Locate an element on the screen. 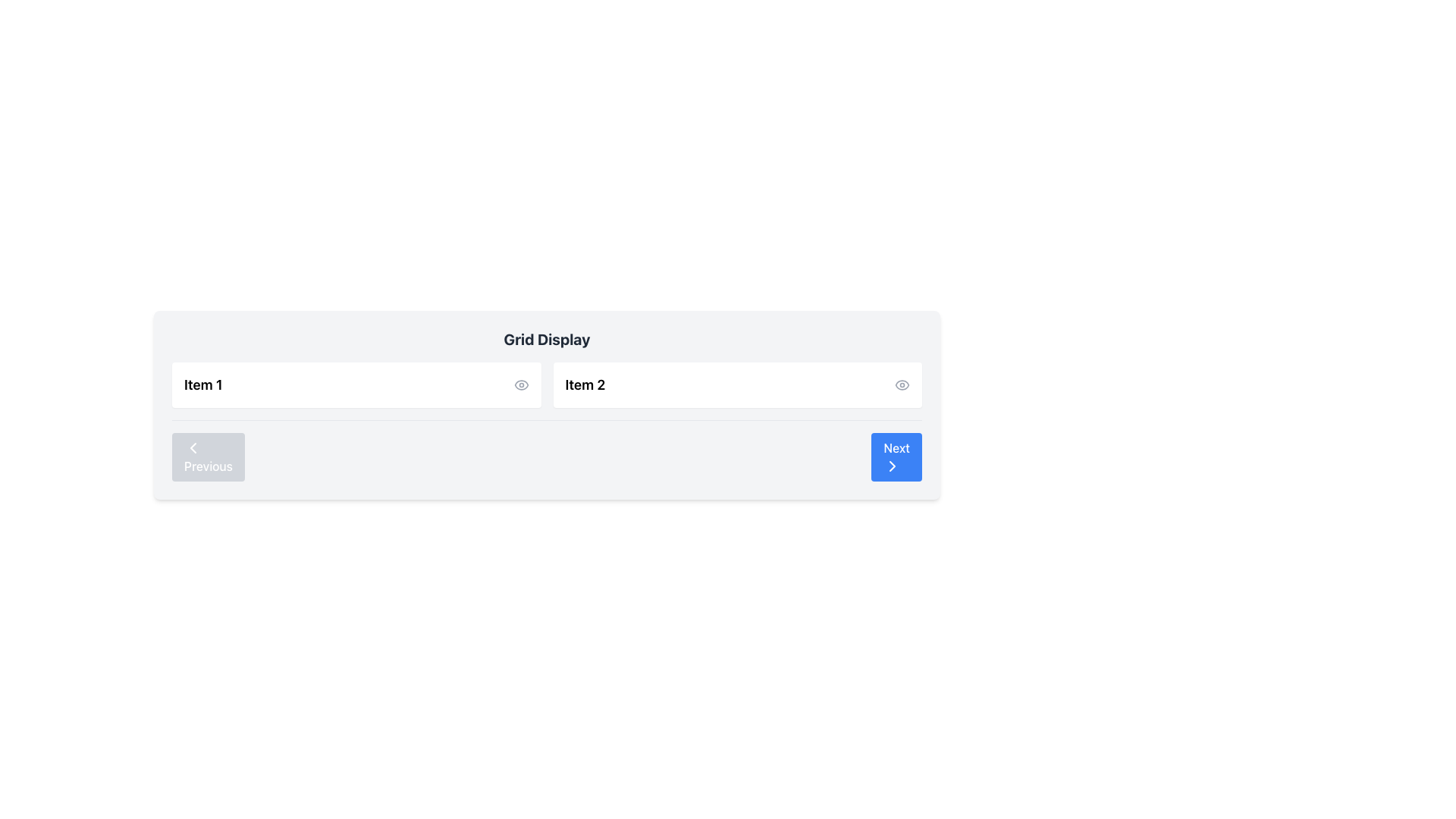 Image resolution: width=1456 pixels, height=819 pixels. the blue 'Next' button with white text and a right-pointing arrow at the bottom-right corner of the navigation area is located at coordinates (896, 456).